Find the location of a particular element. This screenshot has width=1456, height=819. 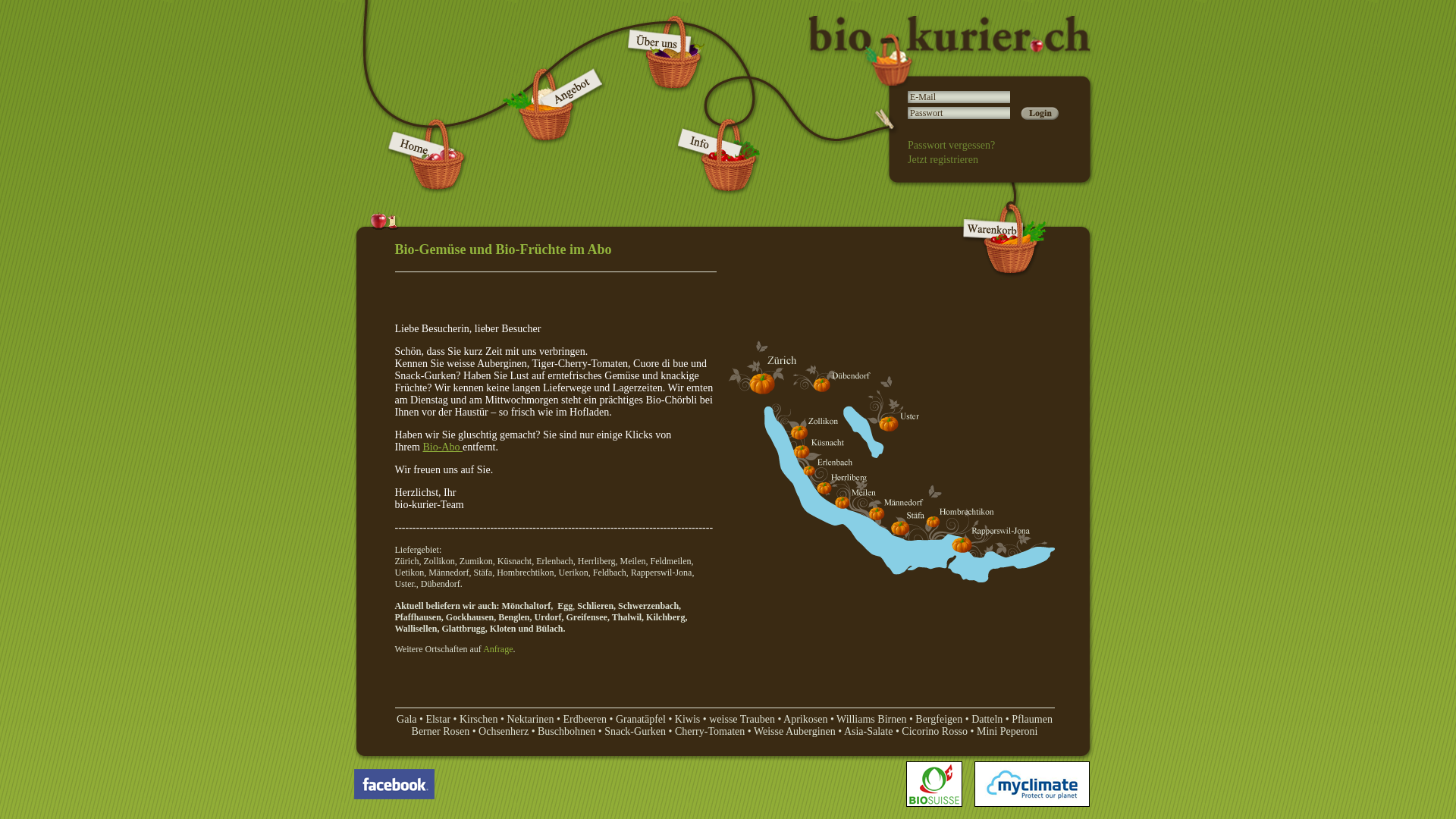

'biokurier - Warenkorb' is located at coordinates (1005, 276).